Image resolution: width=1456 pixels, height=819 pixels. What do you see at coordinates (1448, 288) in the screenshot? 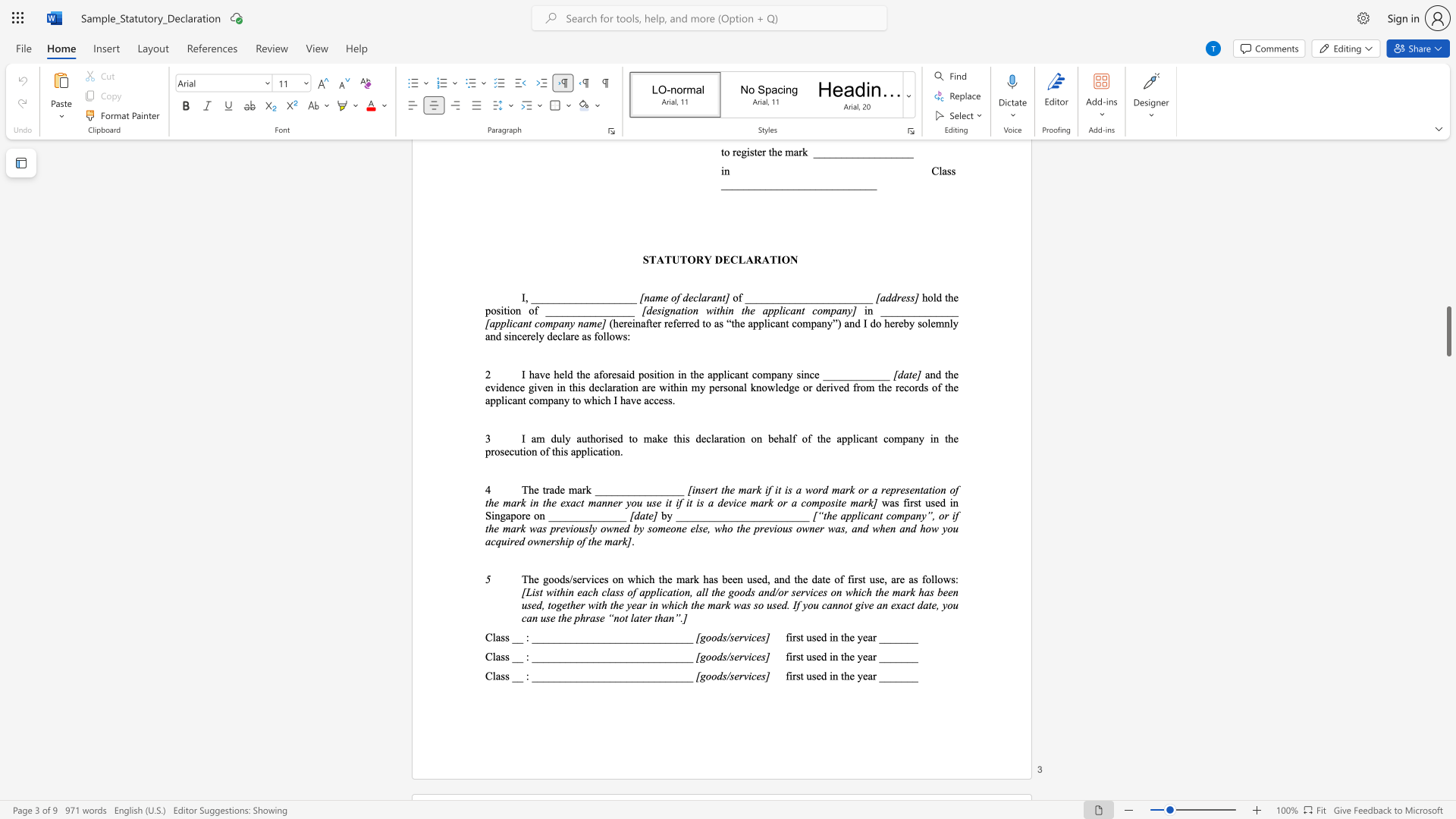
I see `the scrollbar to adjust the page upward` at bounding box center [1448, 288].